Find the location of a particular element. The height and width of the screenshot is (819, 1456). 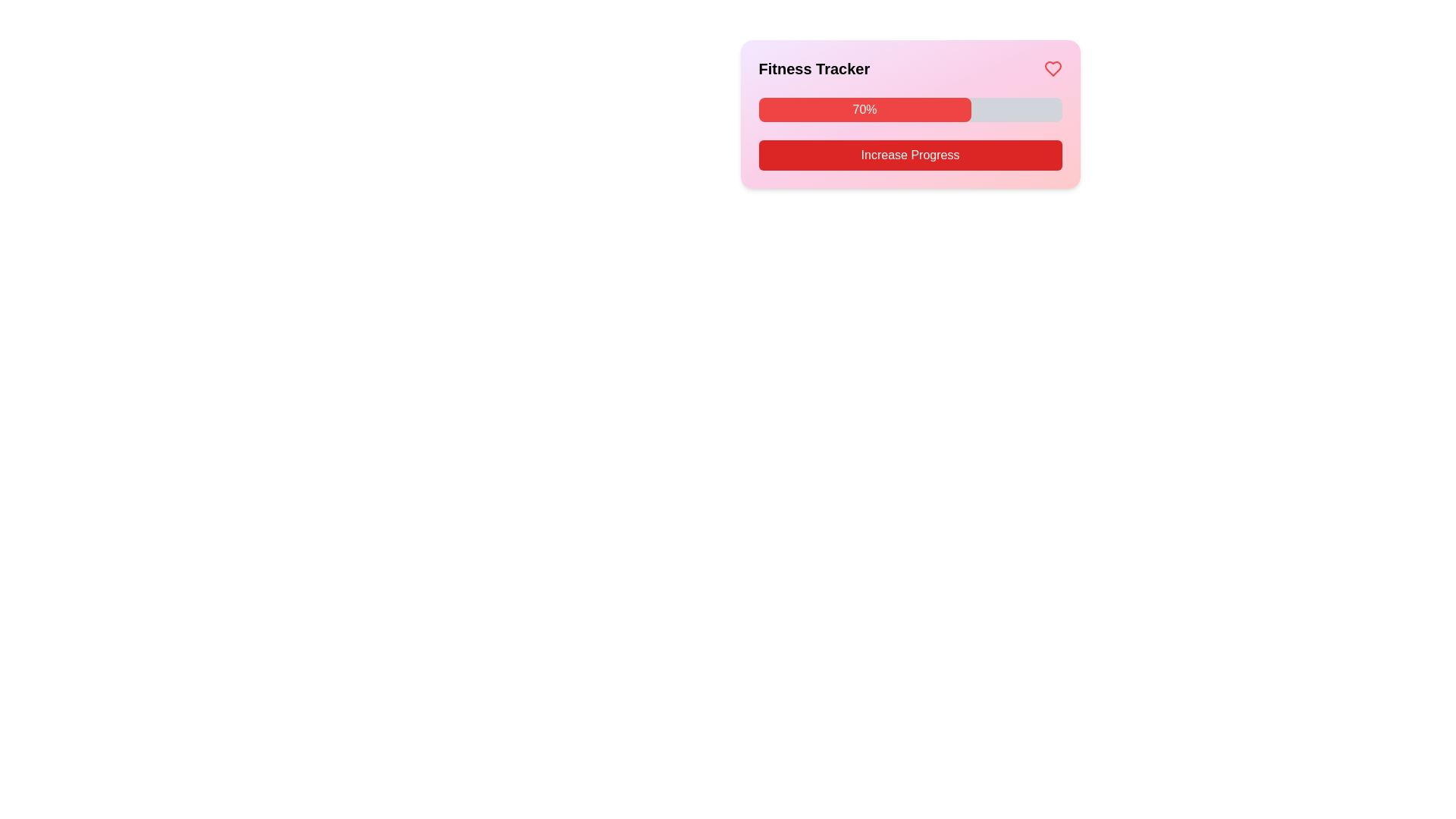

the progress bar element that is centrally located below the heading 'Fitness Tracker' and above the button labeled 'Increase Progress', which shows a red filled portion with '70%' text is located at coordinates (910, 109).